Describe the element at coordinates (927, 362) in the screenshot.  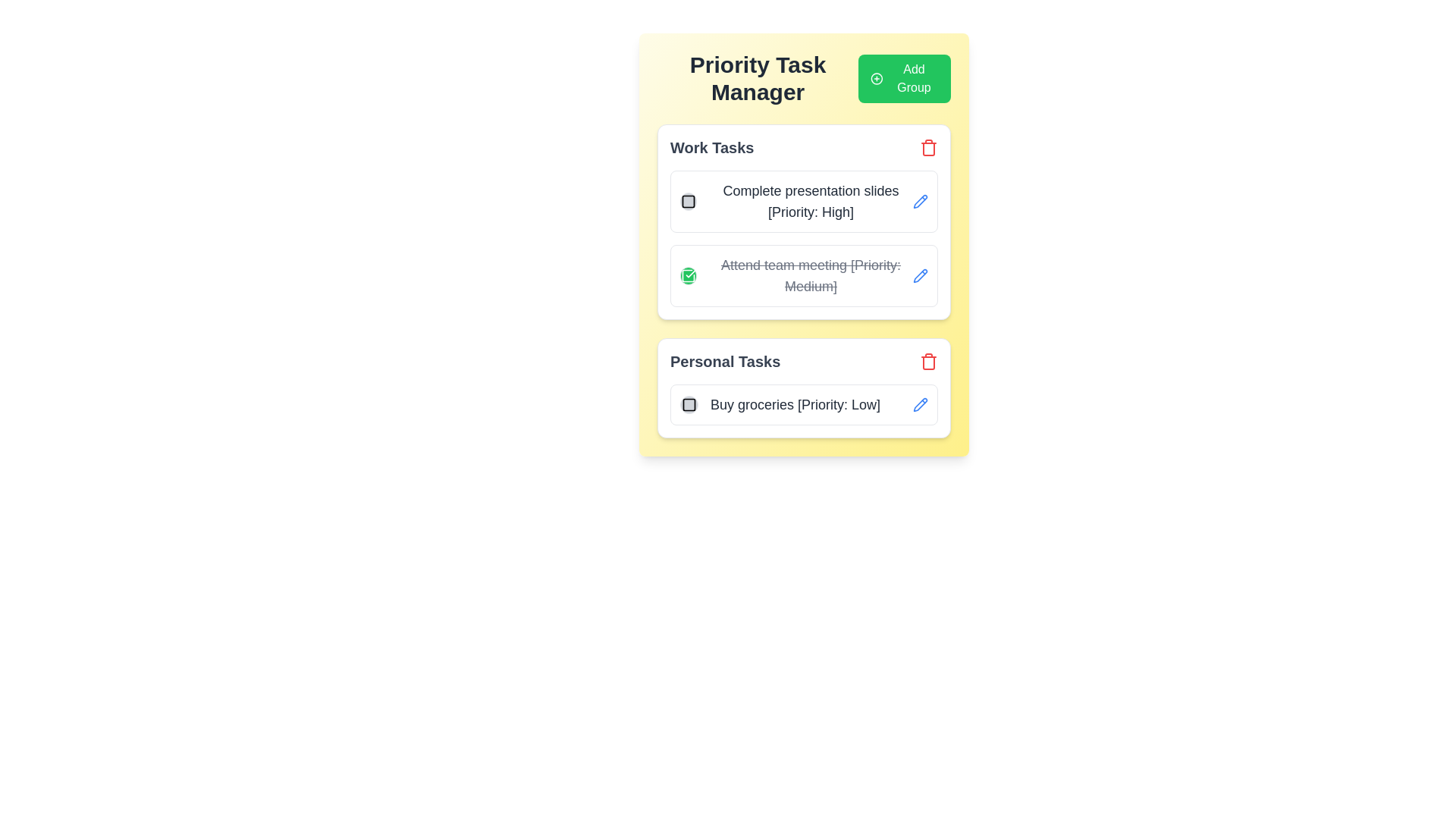
I see `the red trash can icon located on the right side of the 'Personal Tasks' heading` at that location.